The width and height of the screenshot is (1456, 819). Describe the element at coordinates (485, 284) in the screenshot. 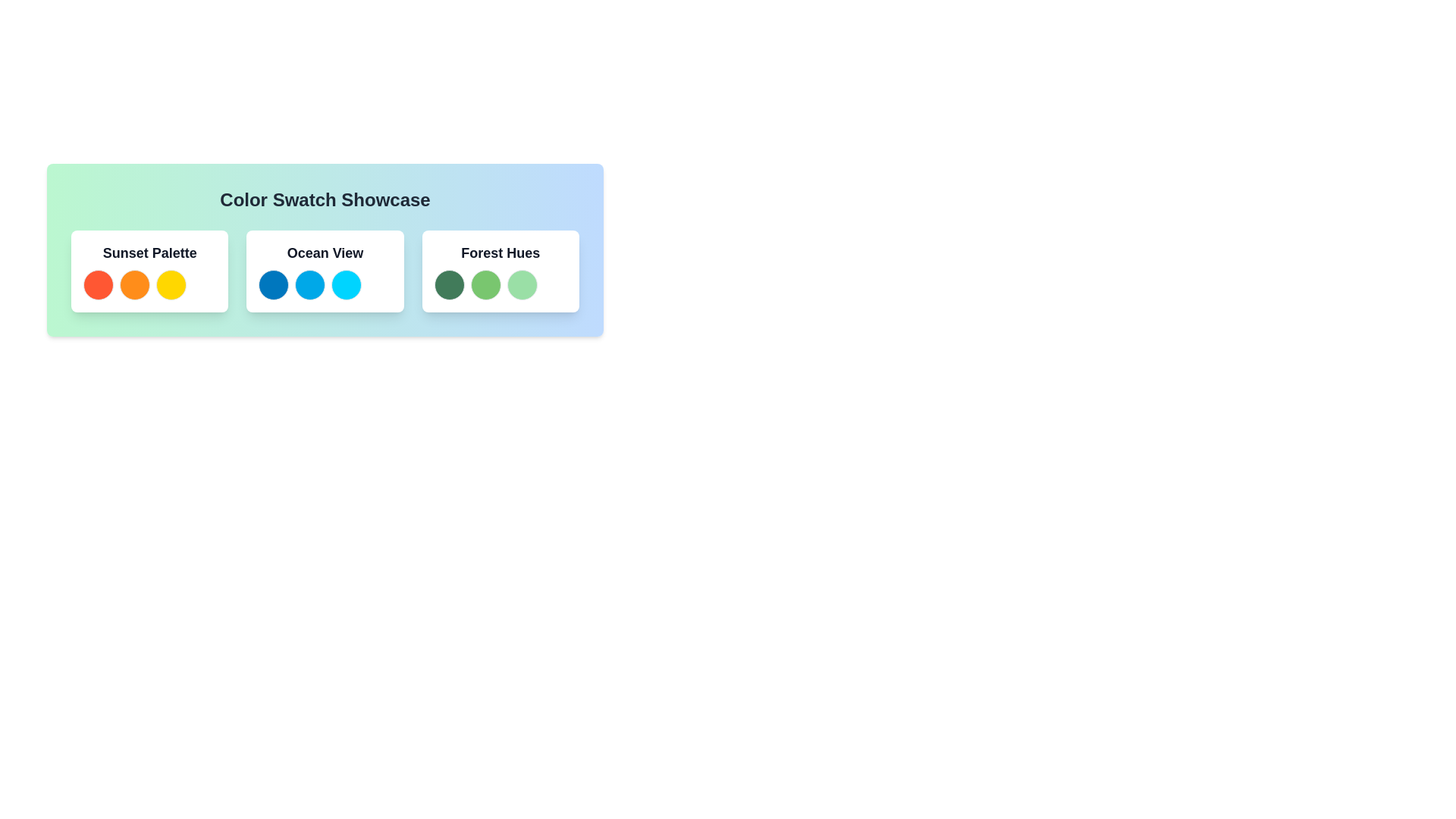

I see `the second color swatch in the 'Forest Hues' group` at that location.